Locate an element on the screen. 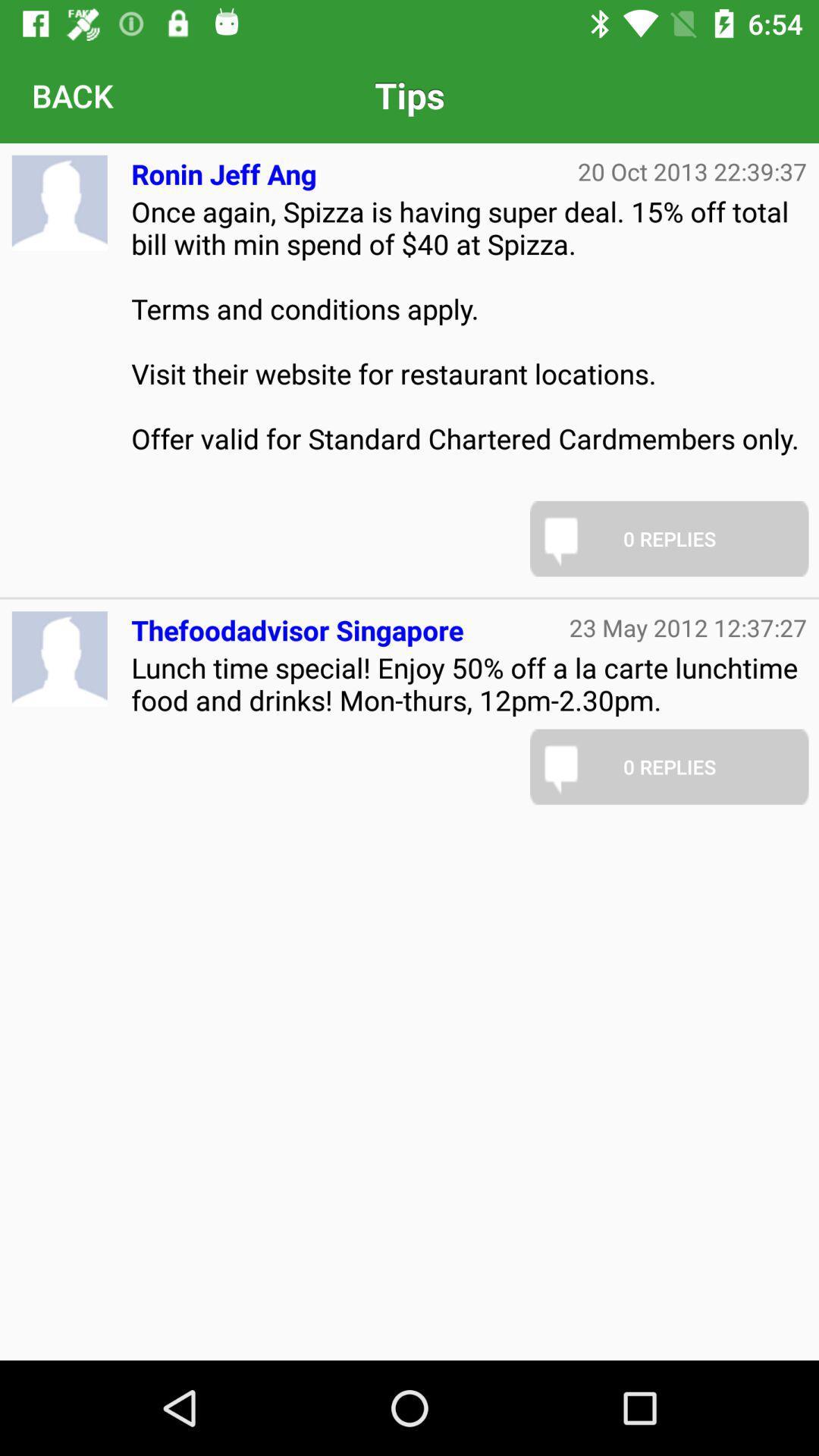 This screenshot has height=1456, width=819. the item above the 0 replies icon is located at coordinates (468, 340).